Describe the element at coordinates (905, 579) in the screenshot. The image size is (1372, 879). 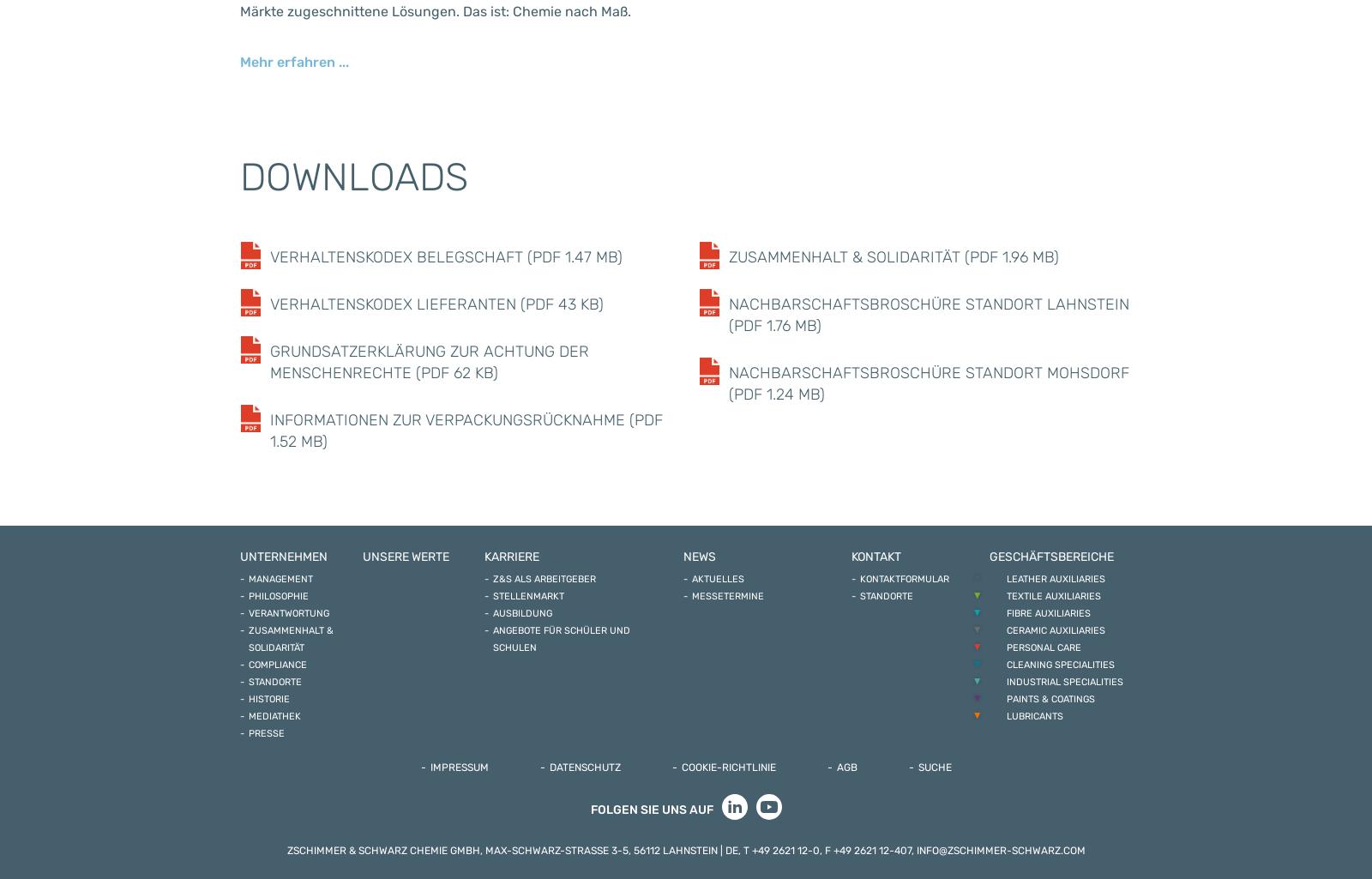
I see `'Kontaktformular'` at that location.